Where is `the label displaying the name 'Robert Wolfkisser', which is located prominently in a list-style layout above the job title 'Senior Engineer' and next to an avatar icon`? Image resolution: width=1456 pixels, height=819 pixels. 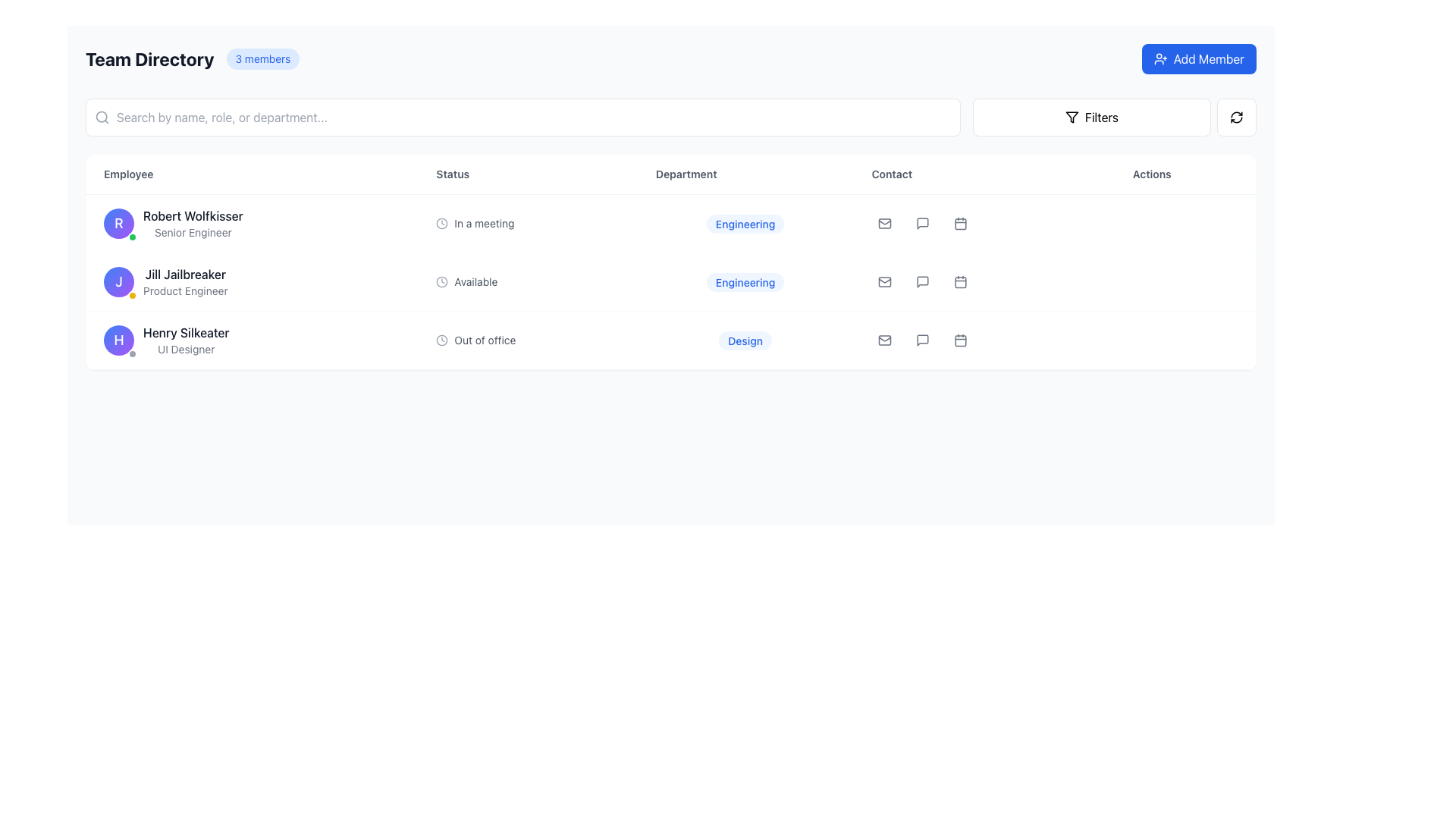 the label displaying the name 'Robert Wolfkisser', which is located prominently in a list-style layout above the job title 'Senior Engineer' and next to an avatar icon is located at coordinates (192, 216).